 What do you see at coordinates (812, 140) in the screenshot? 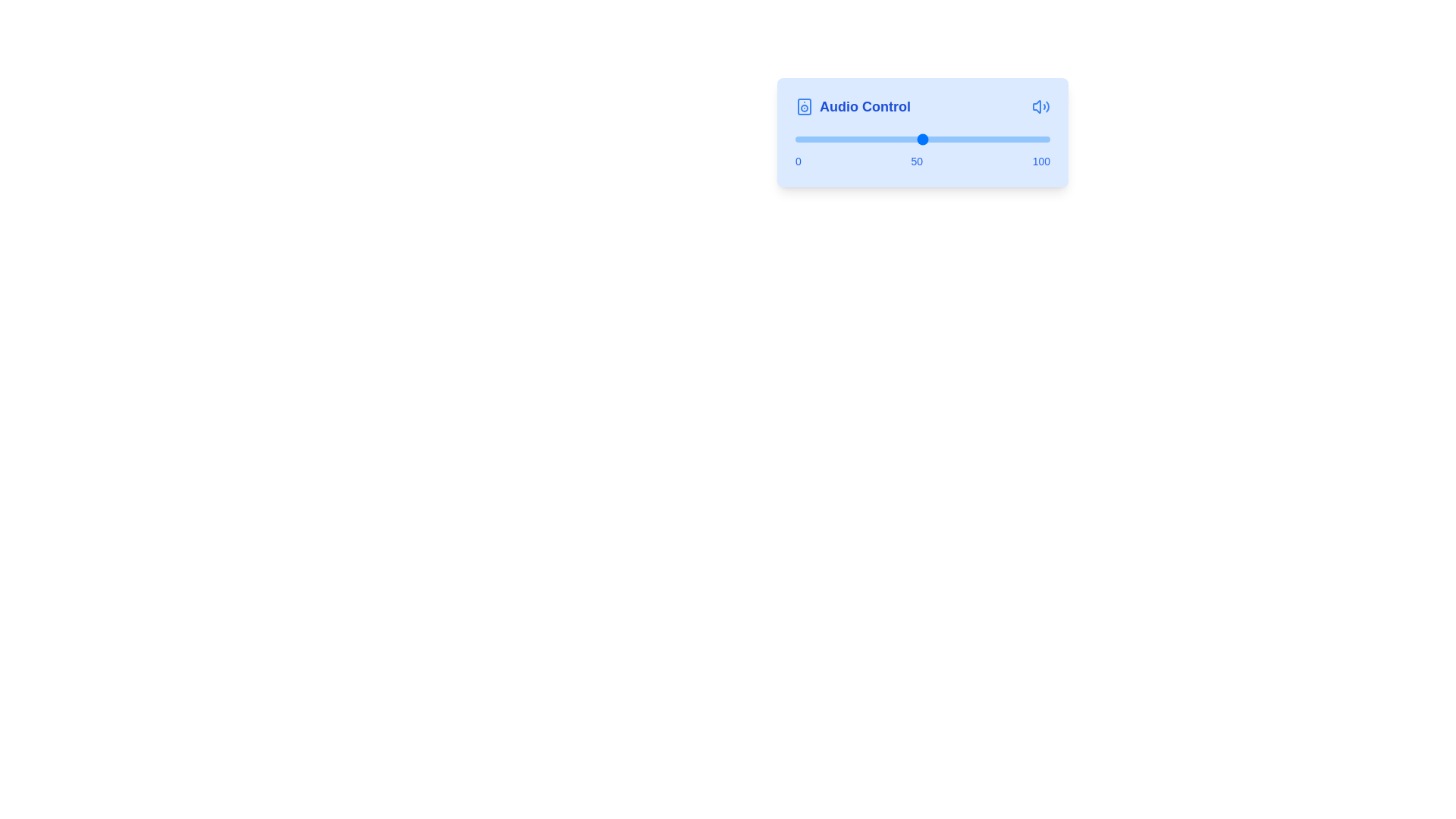
I see `the volume` at bounding box center [812, 140].